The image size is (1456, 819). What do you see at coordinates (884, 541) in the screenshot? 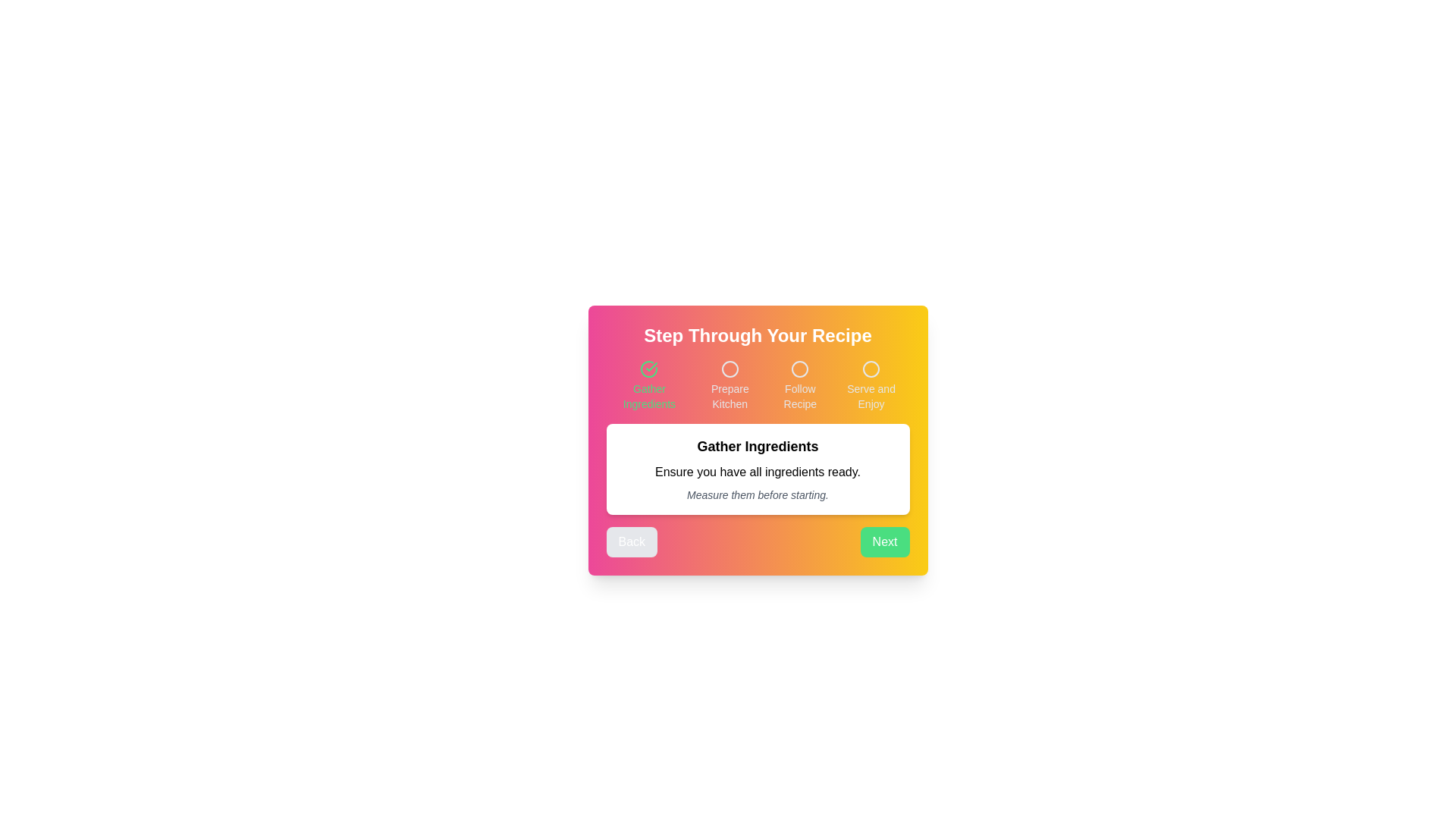
I see `'Next' button to navigate to the next step` at bounding box center [884, 541].